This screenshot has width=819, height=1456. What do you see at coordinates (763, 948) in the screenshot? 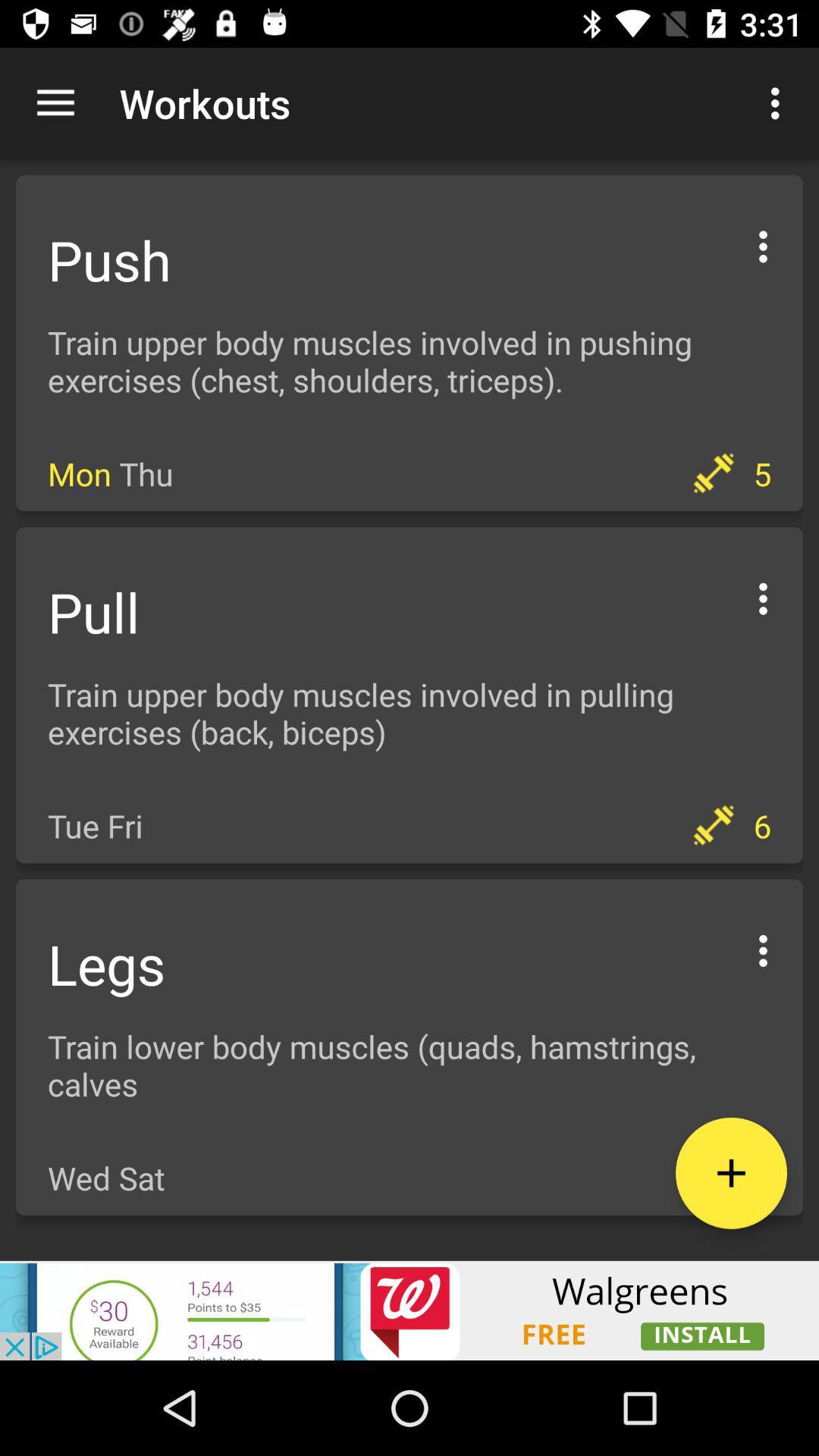
I see `more options` at bounding box center [763, 948].